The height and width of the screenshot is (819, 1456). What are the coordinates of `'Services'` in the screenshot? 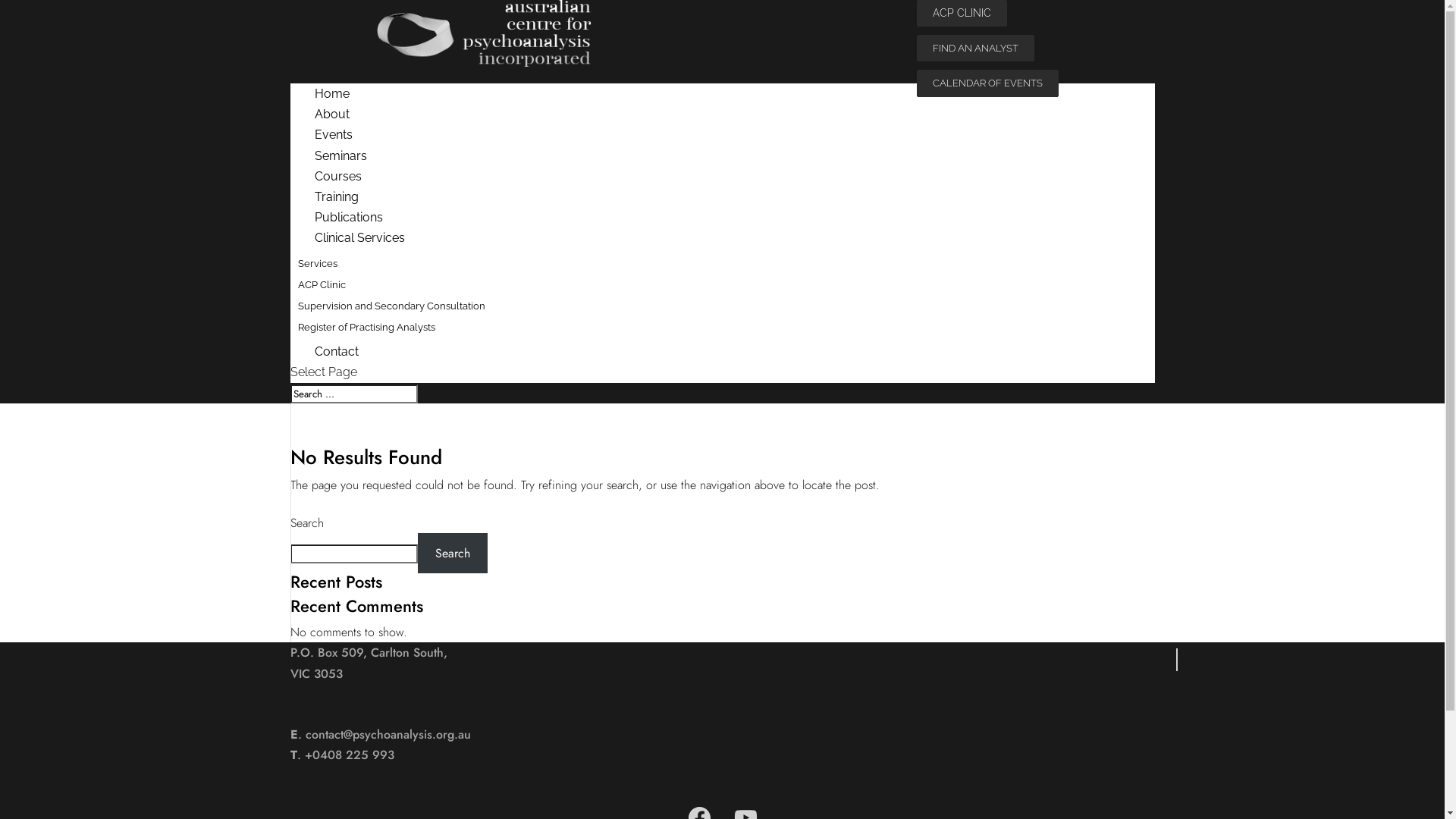 It's located at (316, 262).